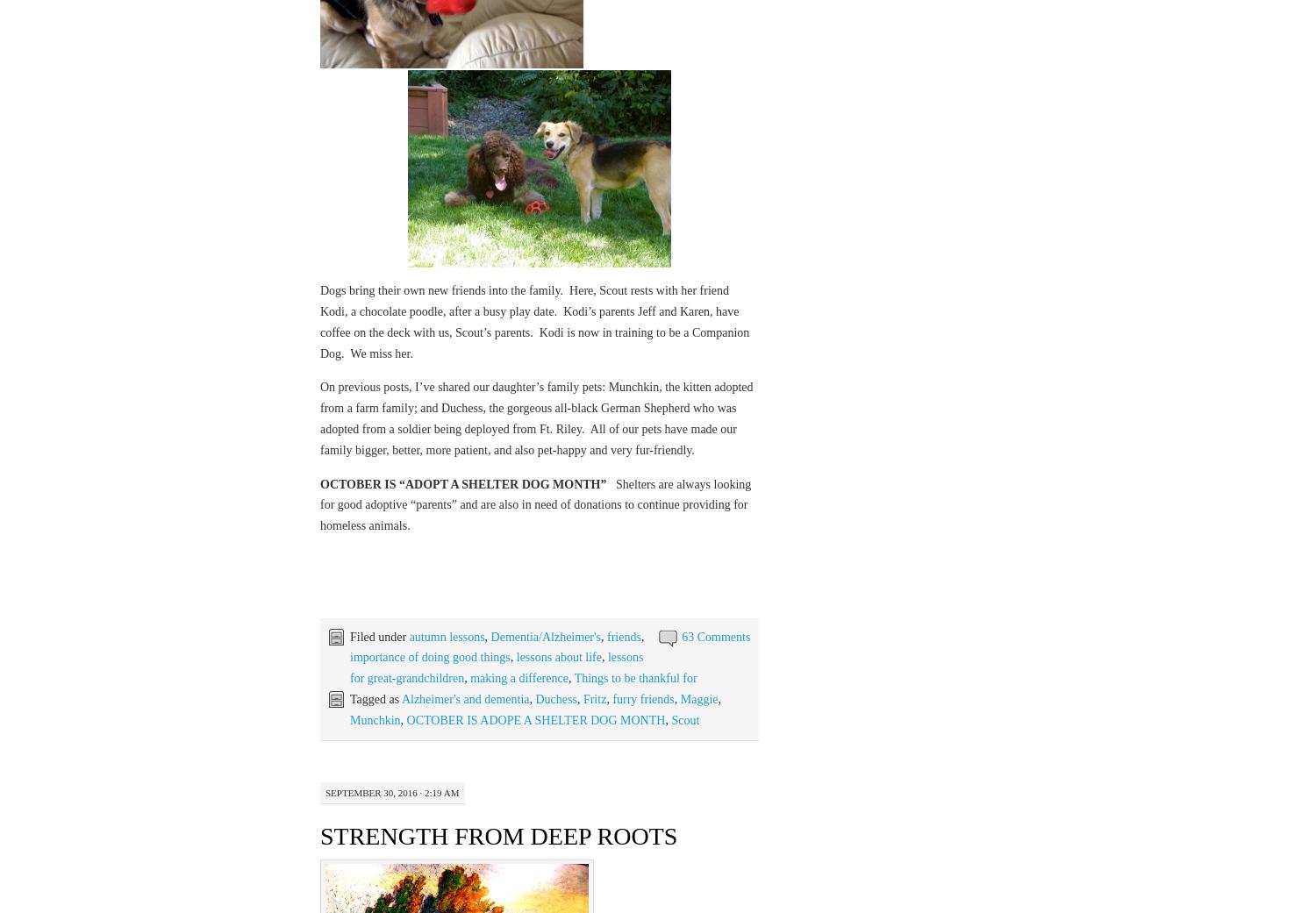 Image resolution: width=1316 pixels, height=913 pixels. Describe the element at coordinates (634, 678) in the screenshot. I see `'Things to be thankful for'` at that location.